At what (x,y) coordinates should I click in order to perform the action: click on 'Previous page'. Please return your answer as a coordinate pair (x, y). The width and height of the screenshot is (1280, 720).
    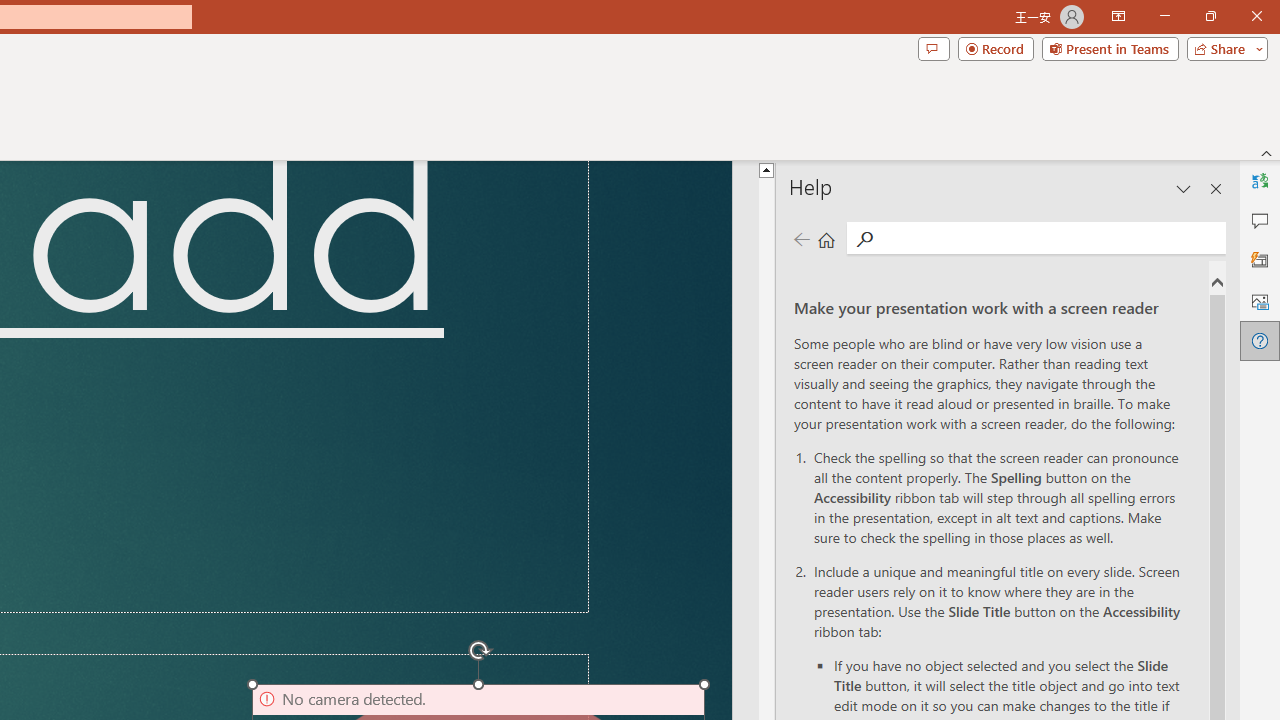
    Looking at the image, I should click on (801, 238).